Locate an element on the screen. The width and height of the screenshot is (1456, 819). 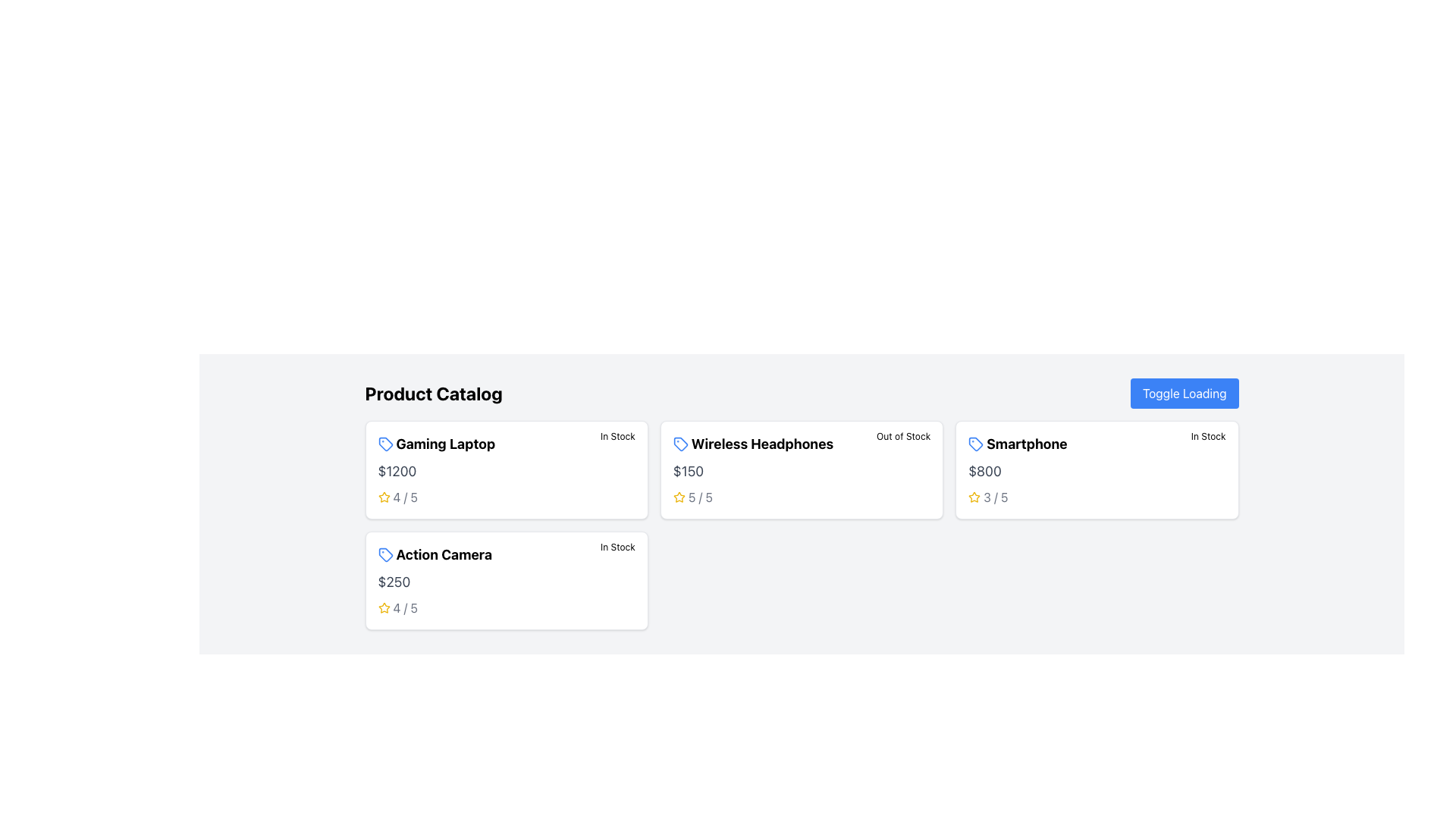
the Star Rating icon located in the rating section of the Smartphone product card, positioned to the left of the '3 / 5' text is located at coordinates (974, 497).